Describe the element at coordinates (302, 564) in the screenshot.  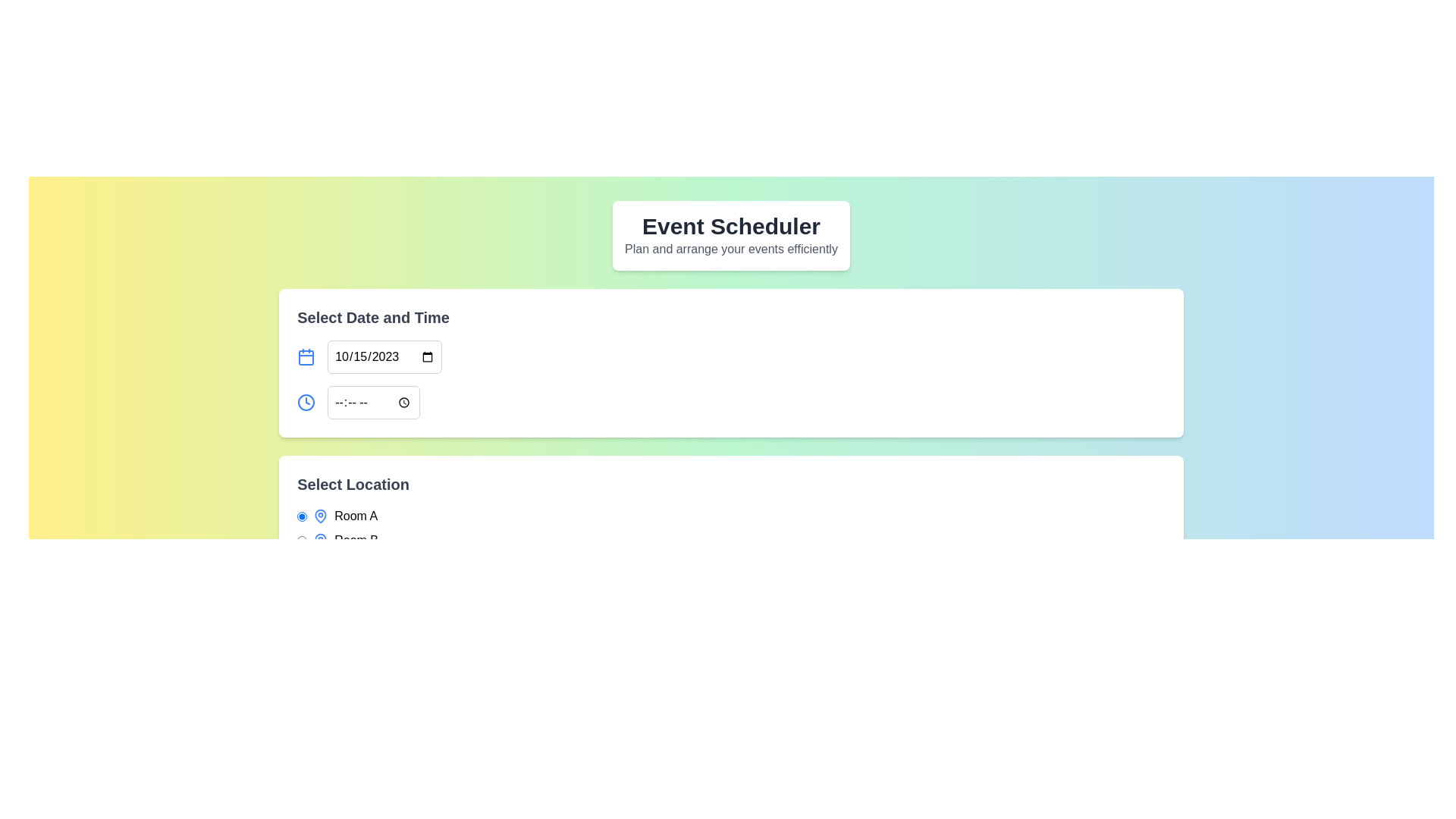
I see `the 'Room C' radio button located in the 'Select Location' section` at that location.